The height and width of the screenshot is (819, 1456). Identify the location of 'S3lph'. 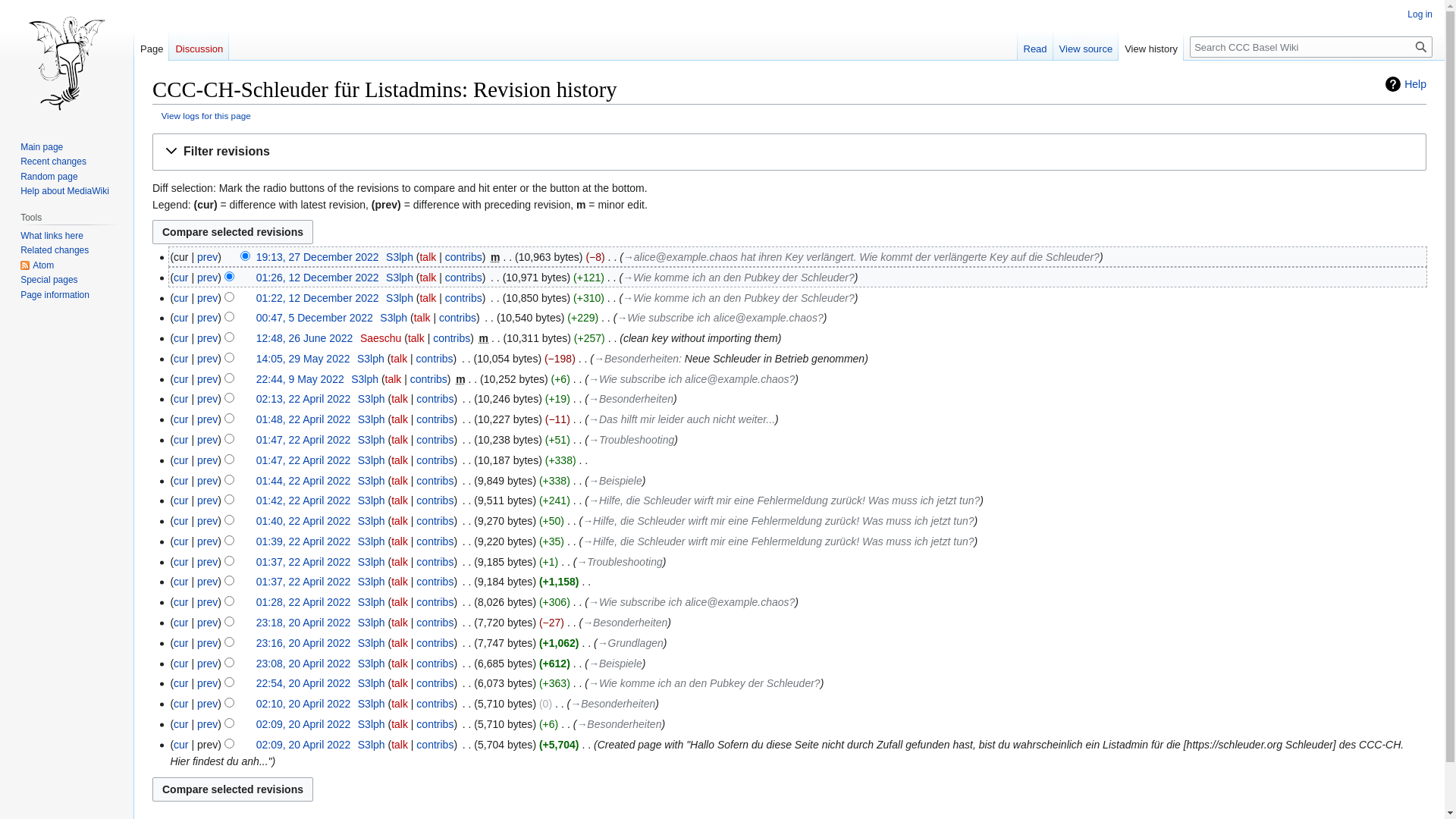
(385, 256).